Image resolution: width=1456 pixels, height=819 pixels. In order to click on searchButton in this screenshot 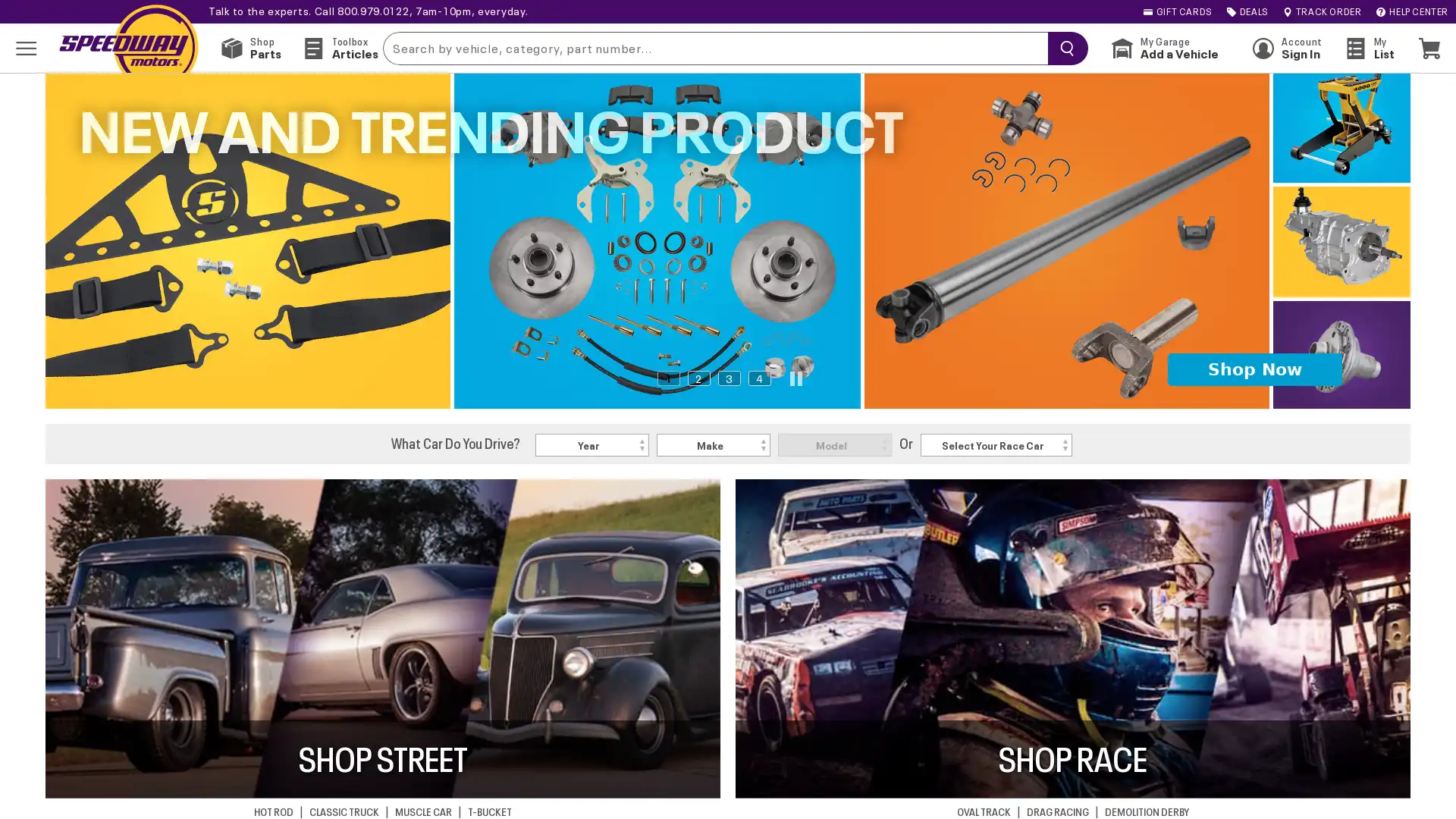, I will do `click(1063, 46)`.